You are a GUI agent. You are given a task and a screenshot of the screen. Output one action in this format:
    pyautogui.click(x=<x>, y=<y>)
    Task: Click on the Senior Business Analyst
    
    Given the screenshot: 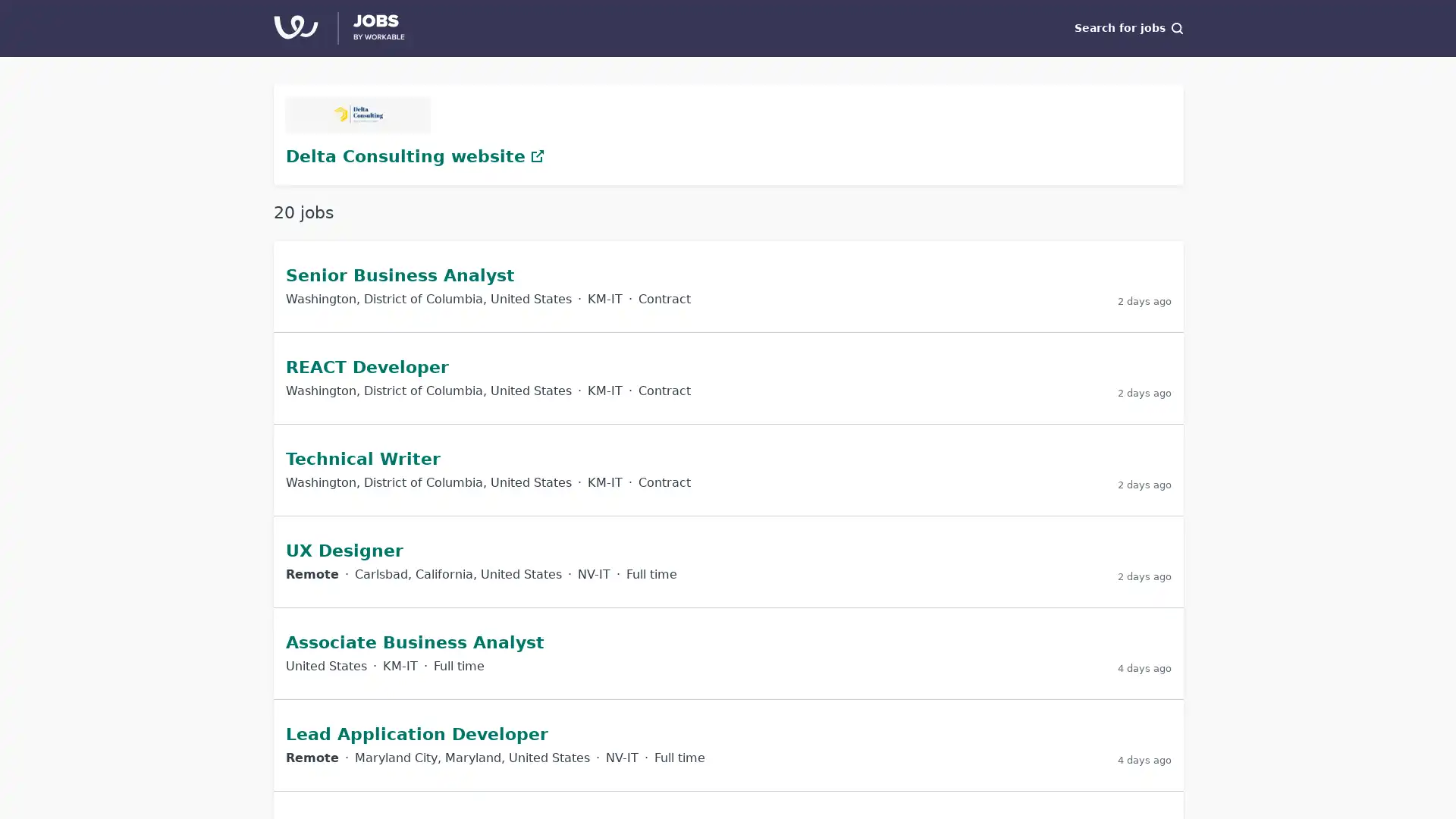 What is the action you would take?
    pyautogui.click(x=400, y=275)
    